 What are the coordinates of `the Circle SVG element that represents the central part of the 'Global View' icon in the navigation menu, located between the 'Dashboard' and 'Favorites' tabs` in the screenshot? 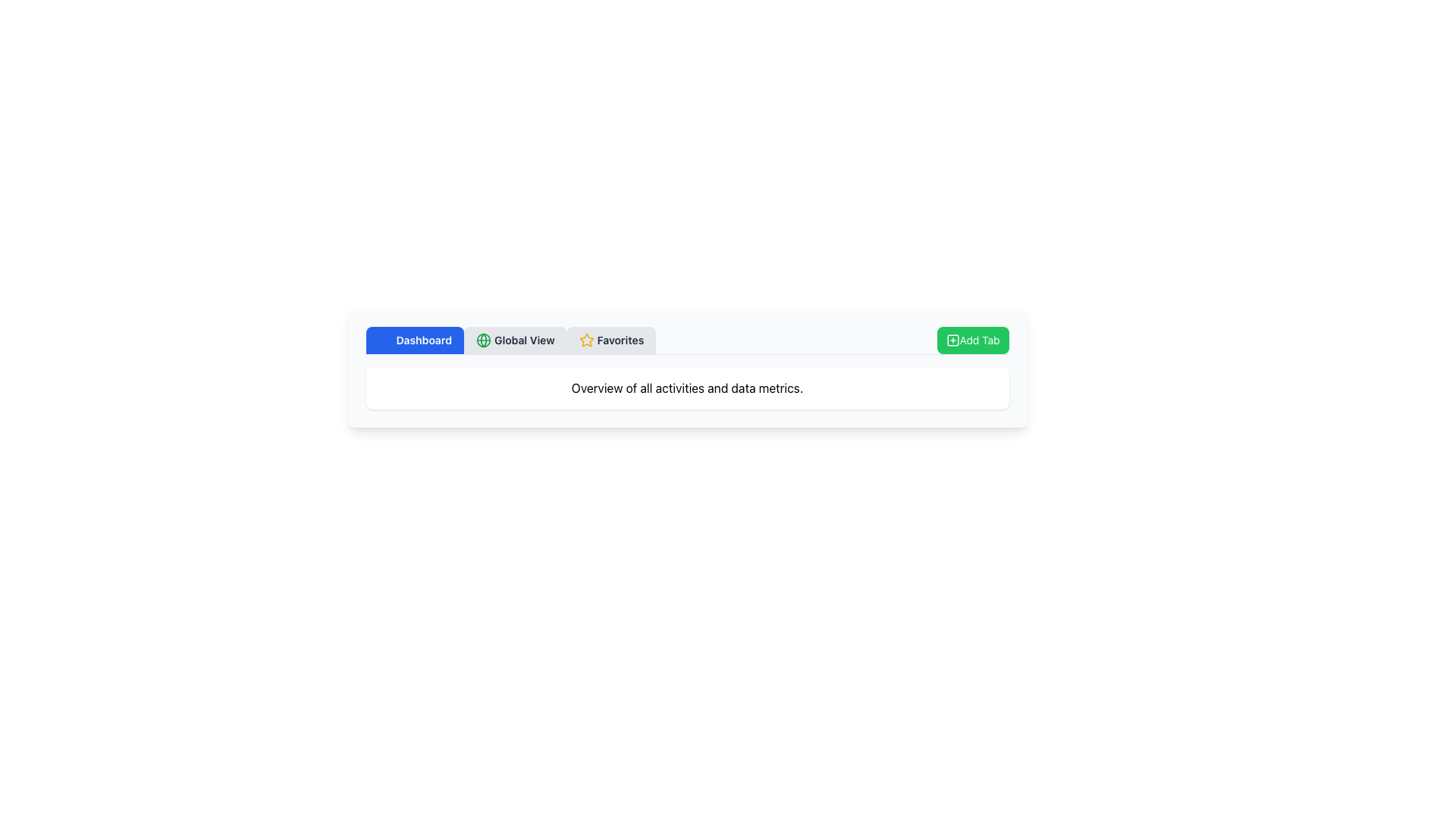 It's located at (483, 339).